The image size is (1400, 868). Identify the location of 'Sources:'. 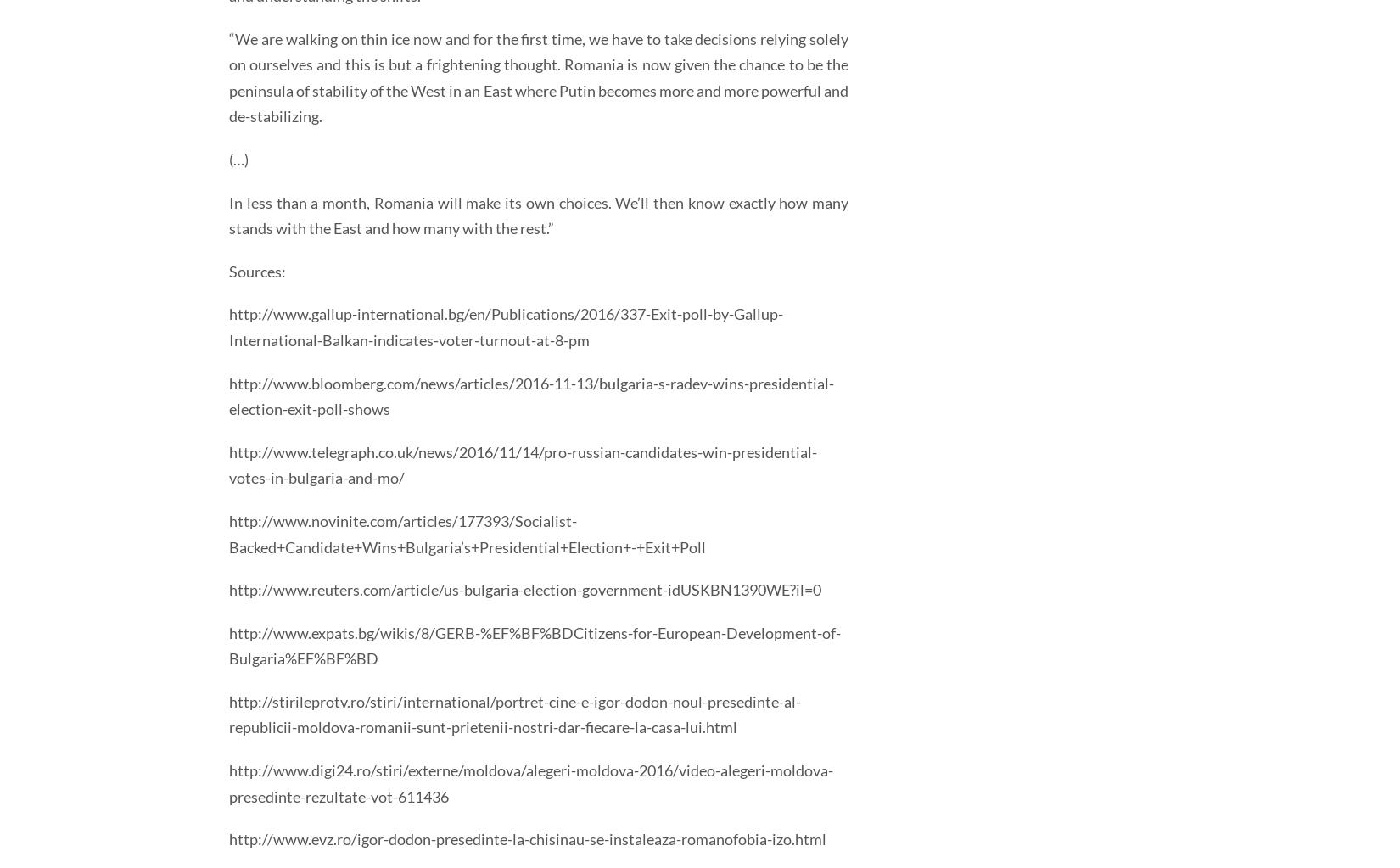
(257, 270).